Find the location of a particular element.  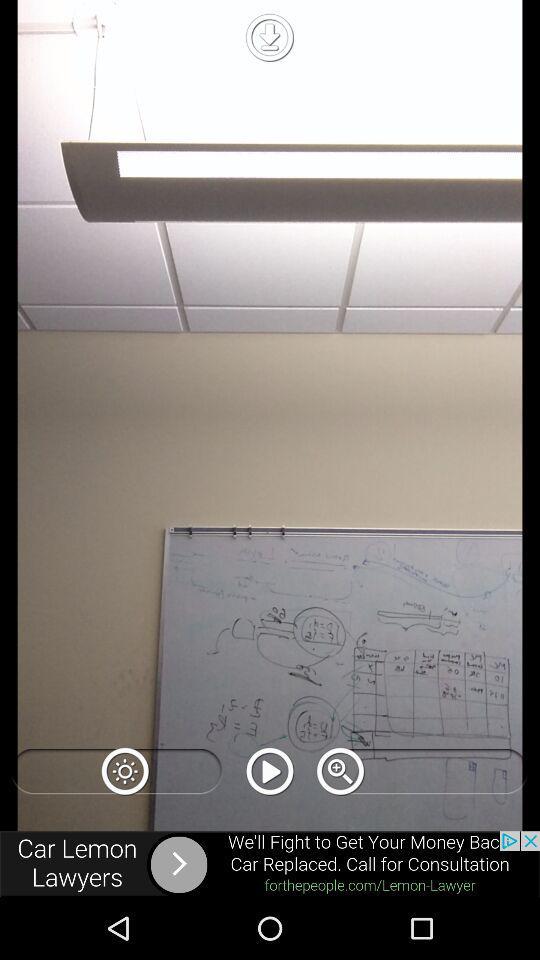

video is located at coordinates (270, 770).